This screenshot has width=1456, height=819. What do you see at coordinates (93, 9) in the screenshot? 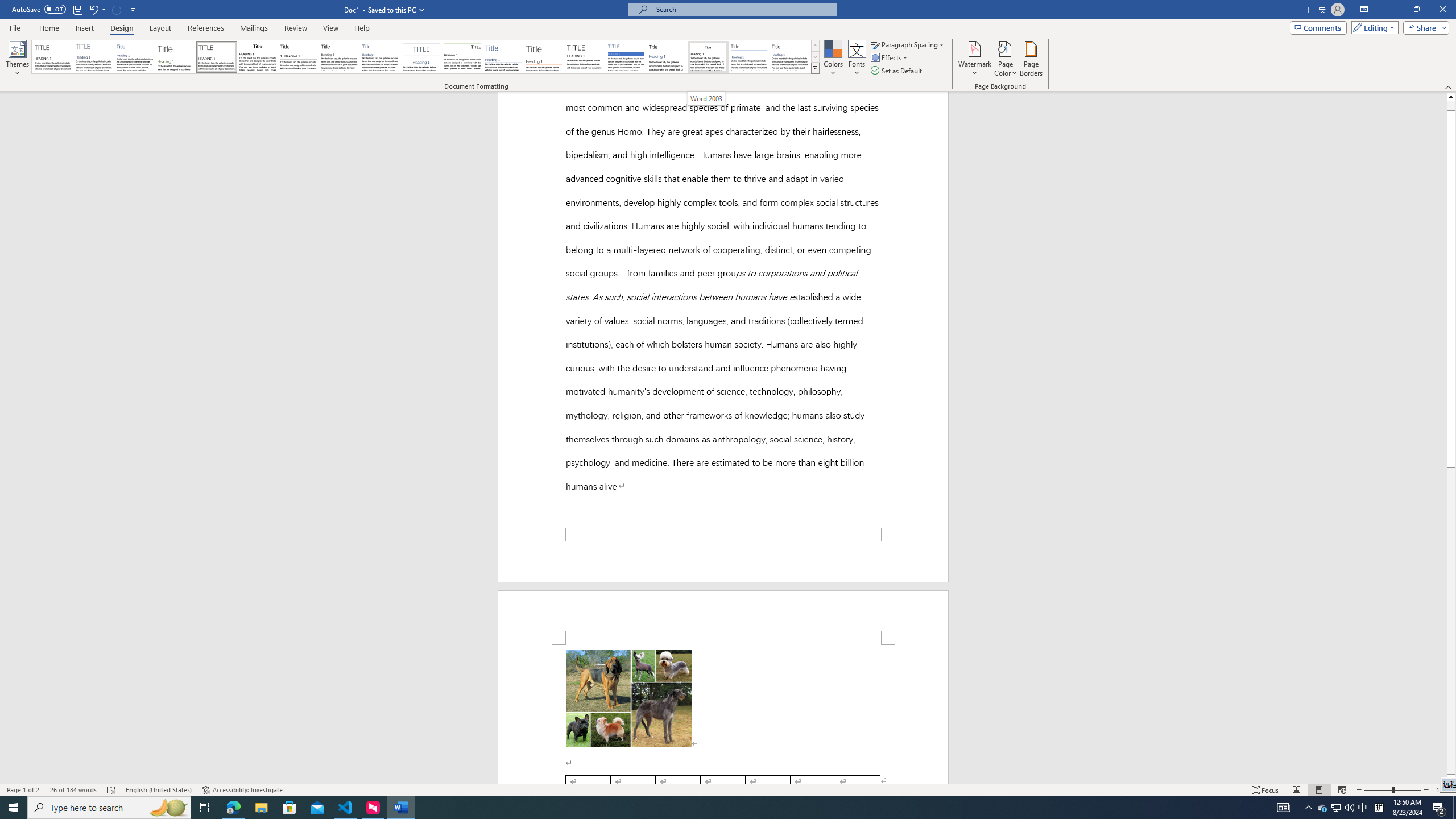
I see `'Undo Apply Quick Style Set'` at bounding box center [93, 9].